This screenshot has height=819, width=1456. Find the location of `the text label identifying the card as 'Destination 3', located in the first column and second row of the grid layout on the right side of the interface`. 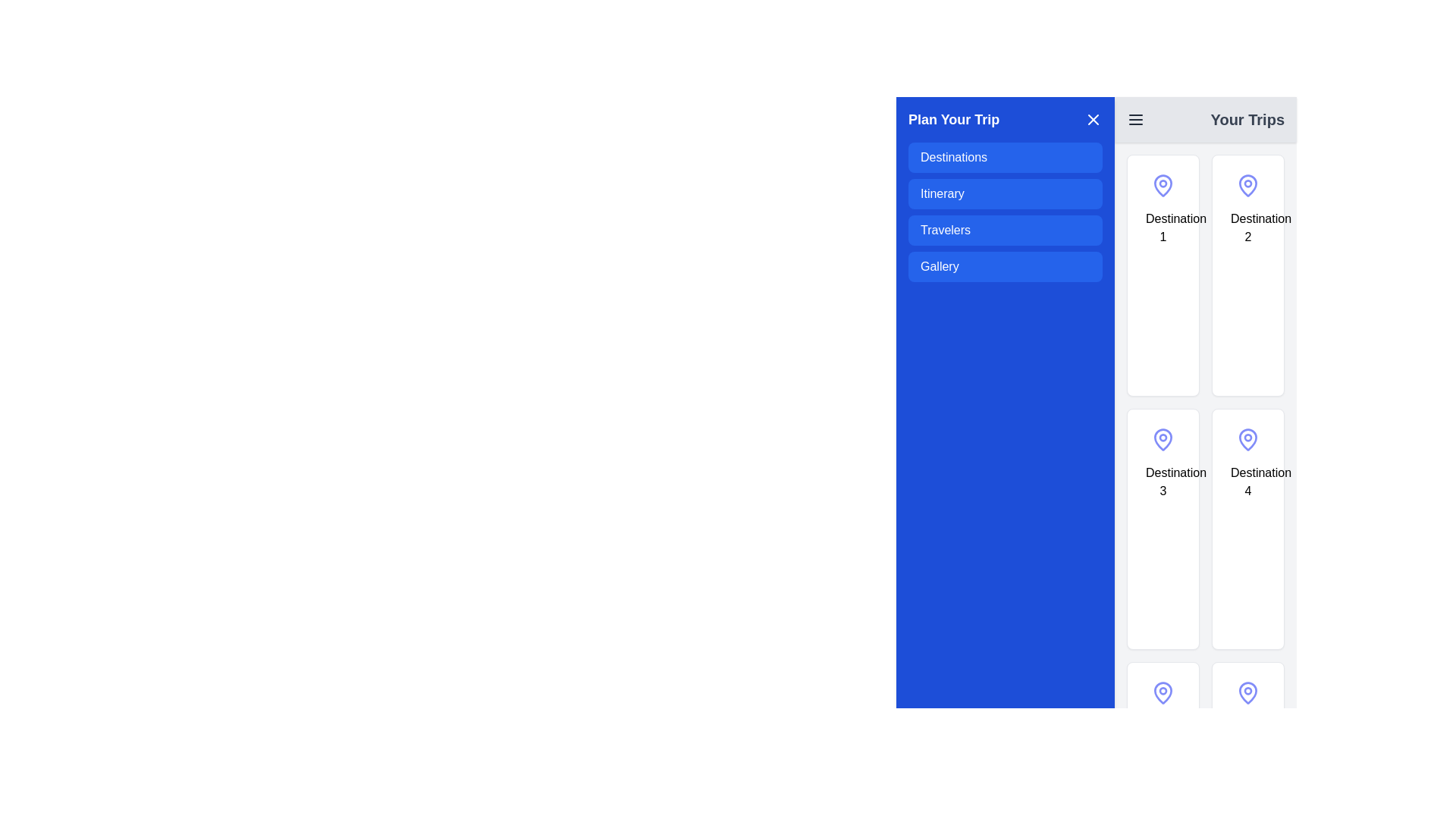

the text label identifying the card as 'Destination 3', located in the first column and second row of the grid layout on the right side of the interface is located at coordinates (1163, 482).